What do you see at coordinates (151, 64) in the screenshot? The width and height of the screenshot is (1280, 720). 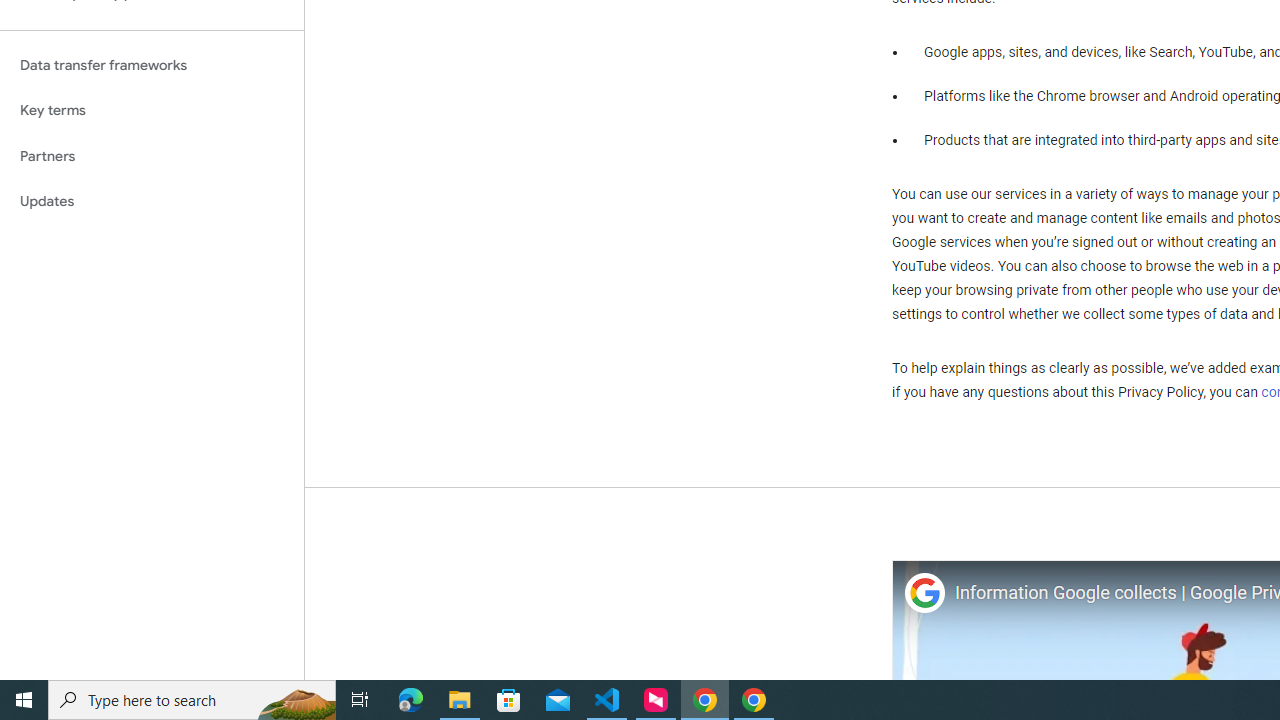 I see `'Data transfer frameworks'` at bounding box center [151, 64].